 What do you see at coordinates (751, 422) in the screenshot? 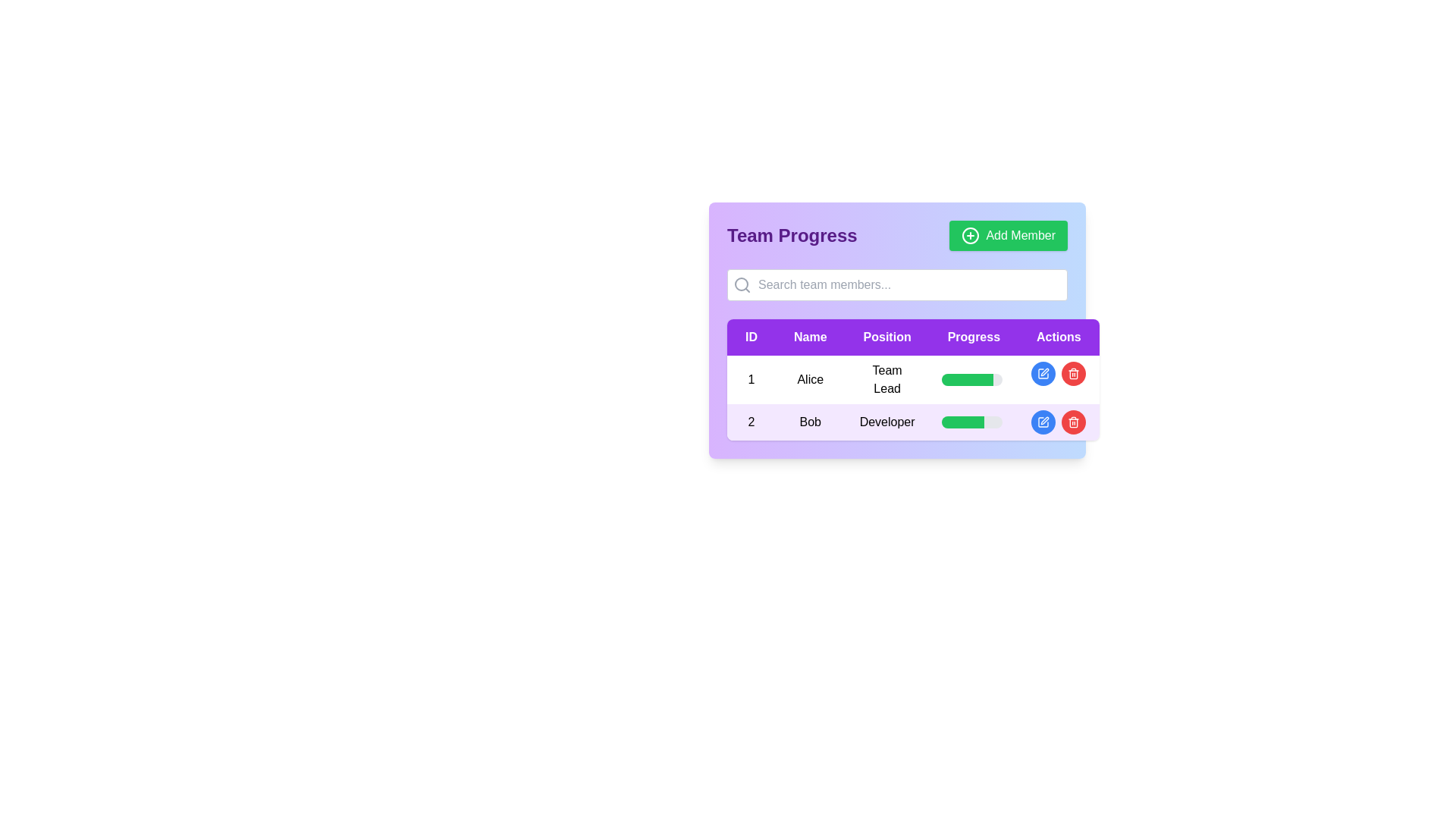
I see `the static text element in the first column of the second row of the table, which serves as the unique identifier for the record, positioned to the left of 'Bob'` at bounding box center [751, 422].